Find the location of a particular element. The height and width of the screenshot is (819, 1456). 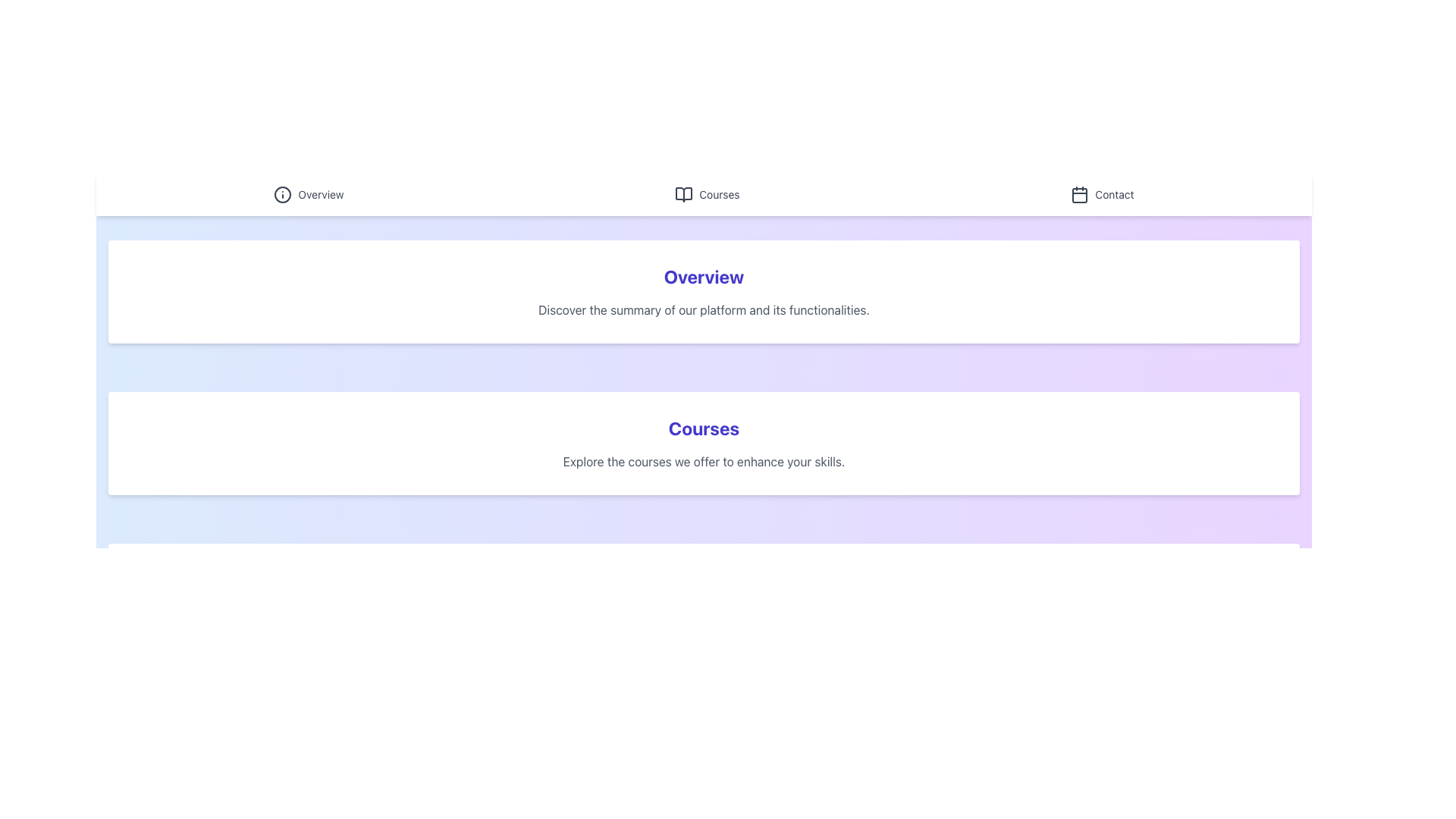

the text of the bold heading element displaying 'Overview', which is styled in indigo color and located at the top of a white rounded rectangle section is located at coordinates (703, 277).